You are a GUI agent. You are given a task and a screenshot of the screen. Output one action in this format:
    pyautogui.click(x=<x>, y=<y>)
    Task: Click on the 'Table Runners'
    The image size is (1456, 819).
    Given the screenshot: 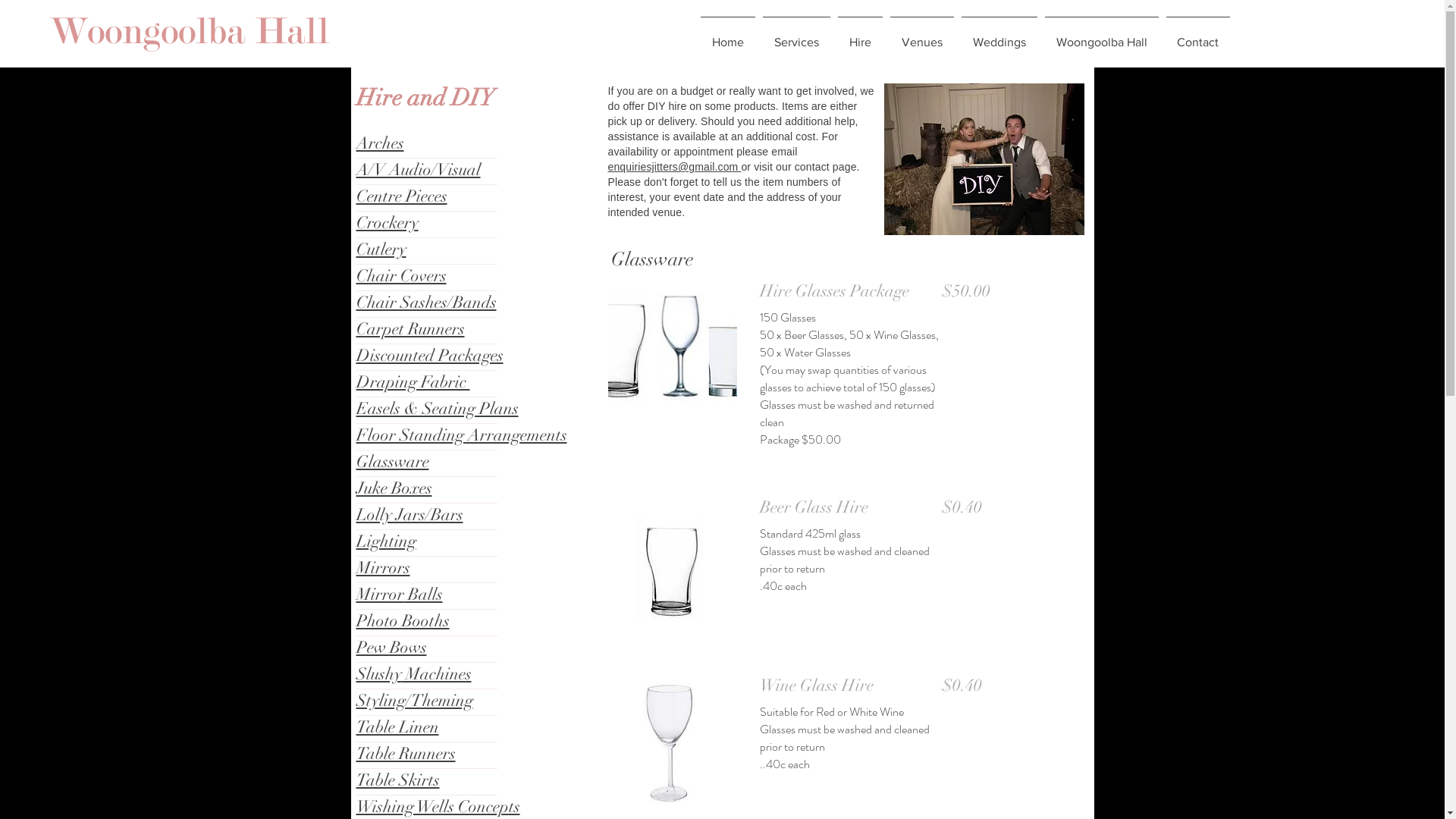 What is the action you would take?
    pyautogui.click(x=356, y=753)
    